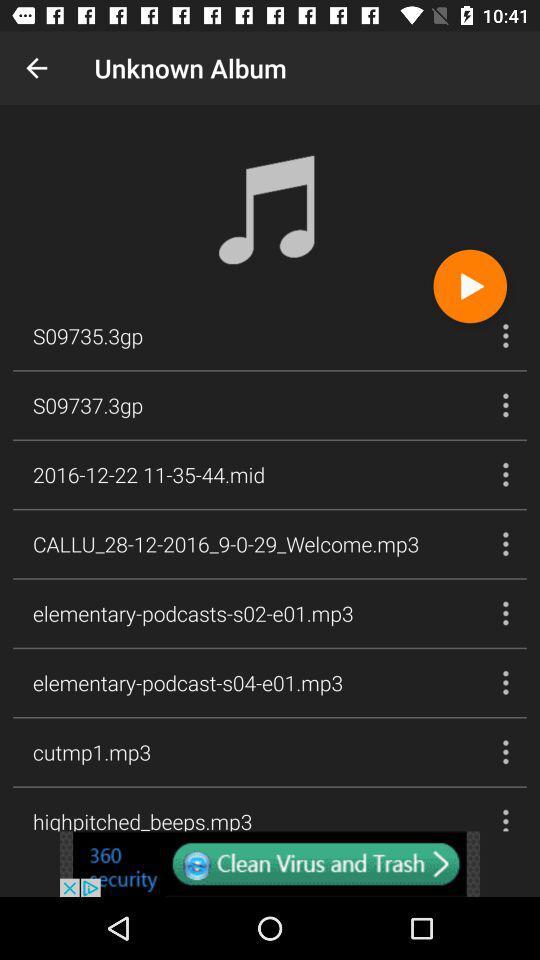 The height and width of the screenshot is (960, 540). What do you see at coordinates (470, 285) in the screenshot?
I see `the playlist` at bounding box center [470, 285].